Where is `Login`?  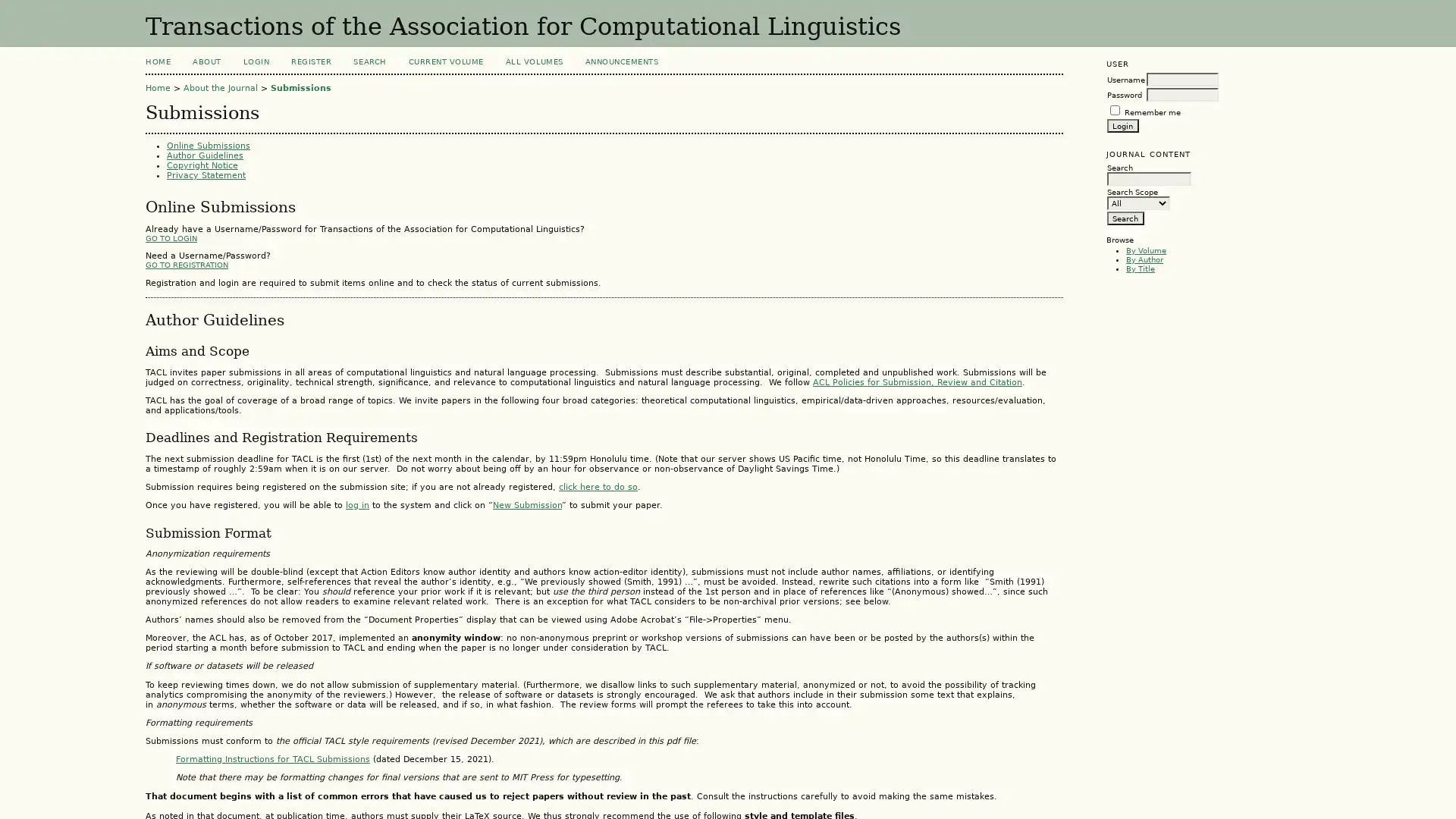 Login is located at coordinates (1122, 124).